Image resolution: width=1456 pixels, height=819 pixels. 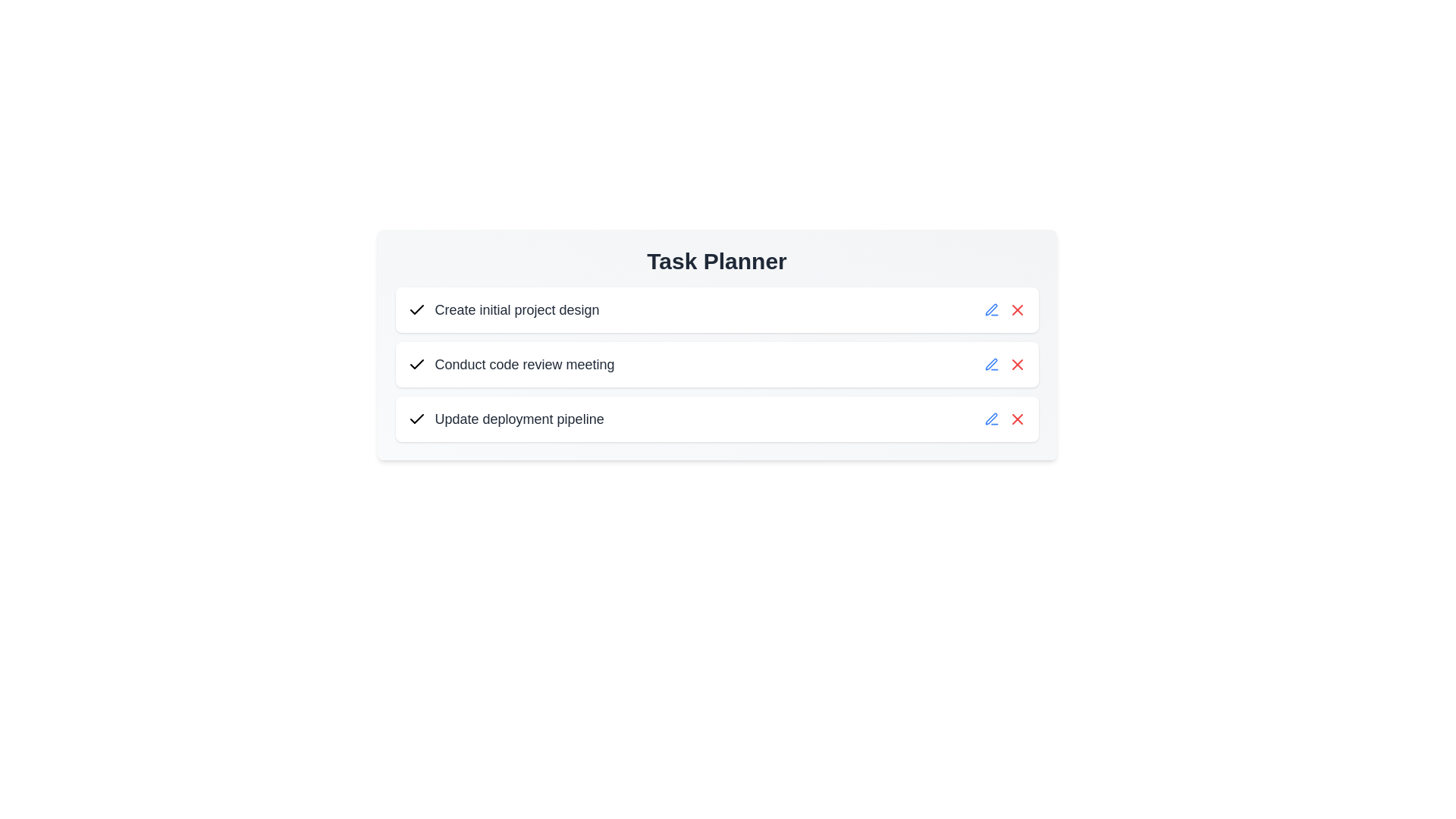 What do you see at coordinates (416, 309) in the screenshot?
I see `the checkmark icon next to the 'Create initial project design' text` at bounding box center [416, 309].